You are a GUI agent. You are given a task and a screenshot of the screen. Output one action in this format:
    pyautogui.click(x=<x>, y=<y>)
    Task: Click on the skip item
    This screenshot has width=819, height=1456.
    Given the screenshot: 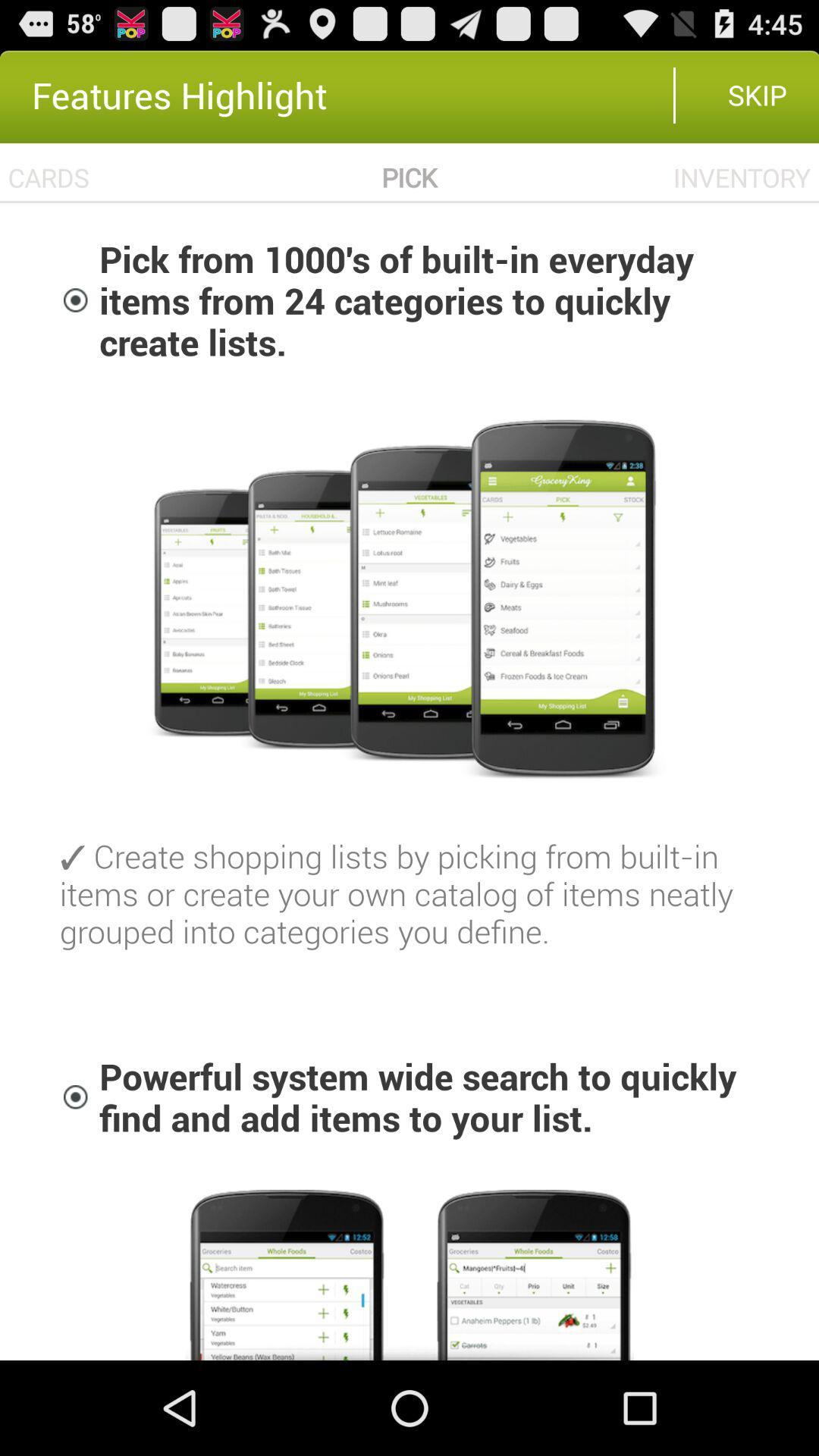 What is the action you would take?
    pyautogui.click(x=758, y=94)
    